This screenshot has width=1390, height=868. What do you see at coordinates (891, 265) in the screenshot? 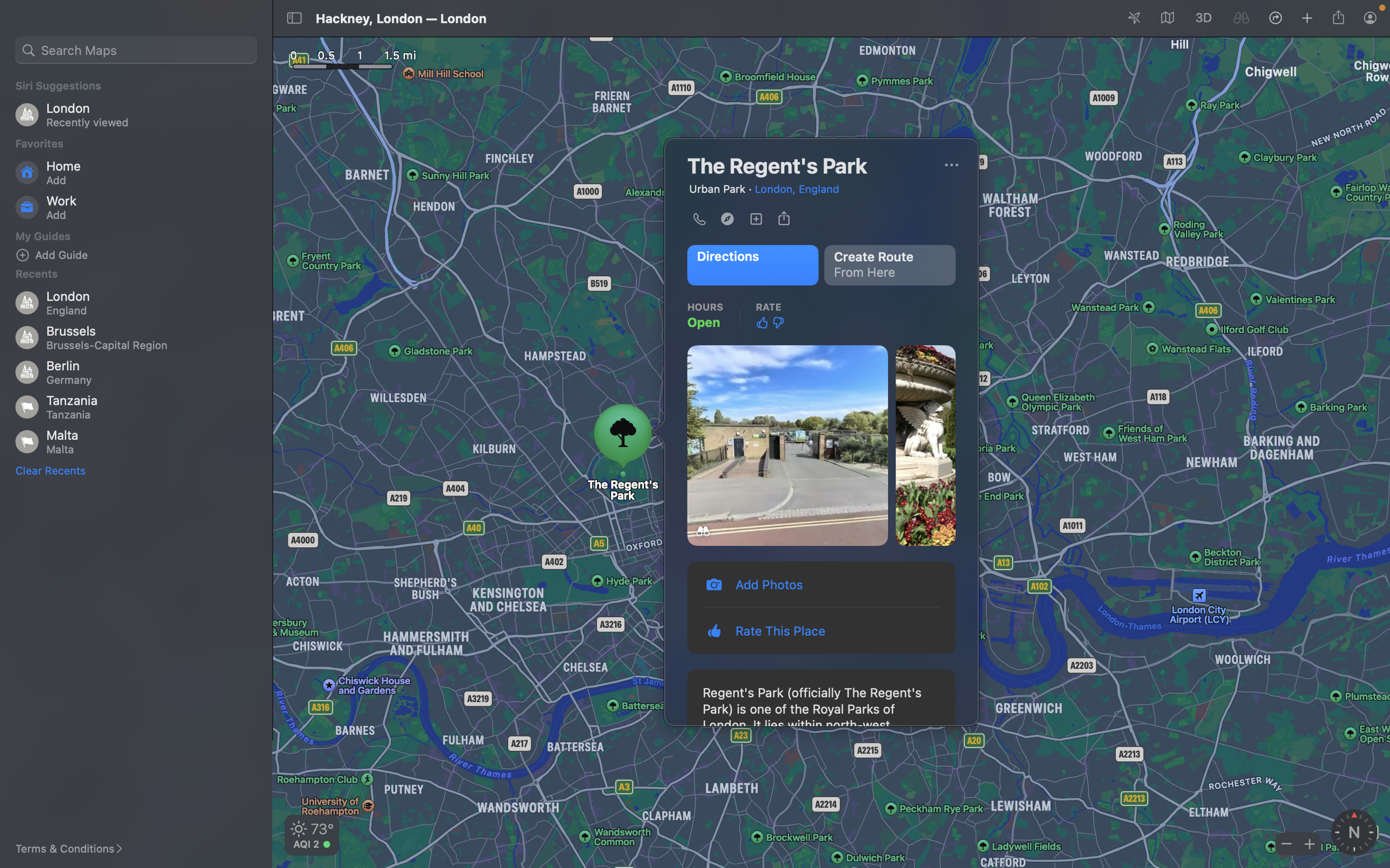
I see `Develop a navigation path from the Regent"s park` at bounding box center [891, 265].